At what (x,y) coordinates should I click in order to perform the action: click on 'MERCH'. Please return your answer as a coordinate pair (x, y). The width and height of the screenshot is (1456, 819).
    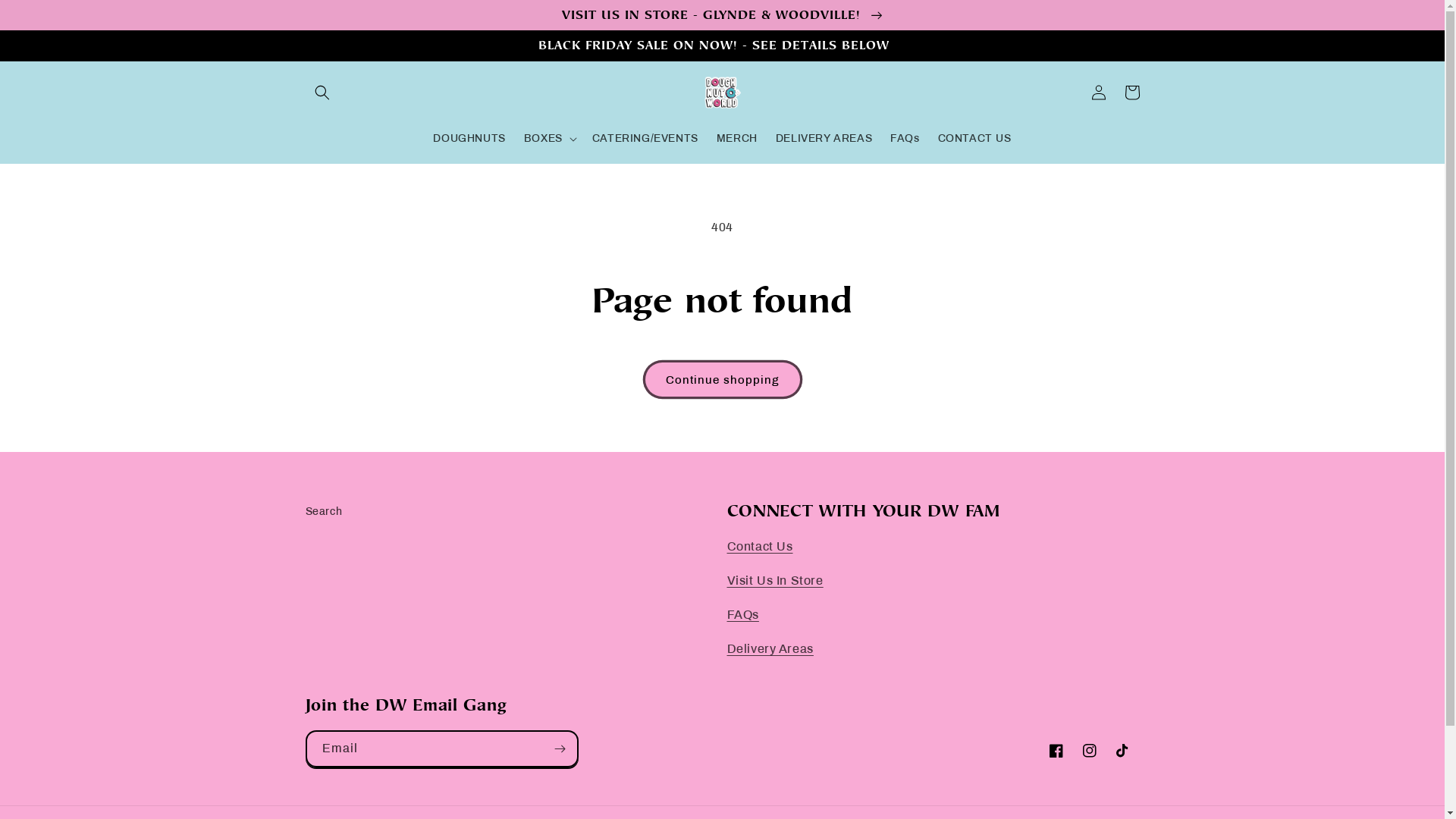
    Looking at the image, I should click on (737, 138).